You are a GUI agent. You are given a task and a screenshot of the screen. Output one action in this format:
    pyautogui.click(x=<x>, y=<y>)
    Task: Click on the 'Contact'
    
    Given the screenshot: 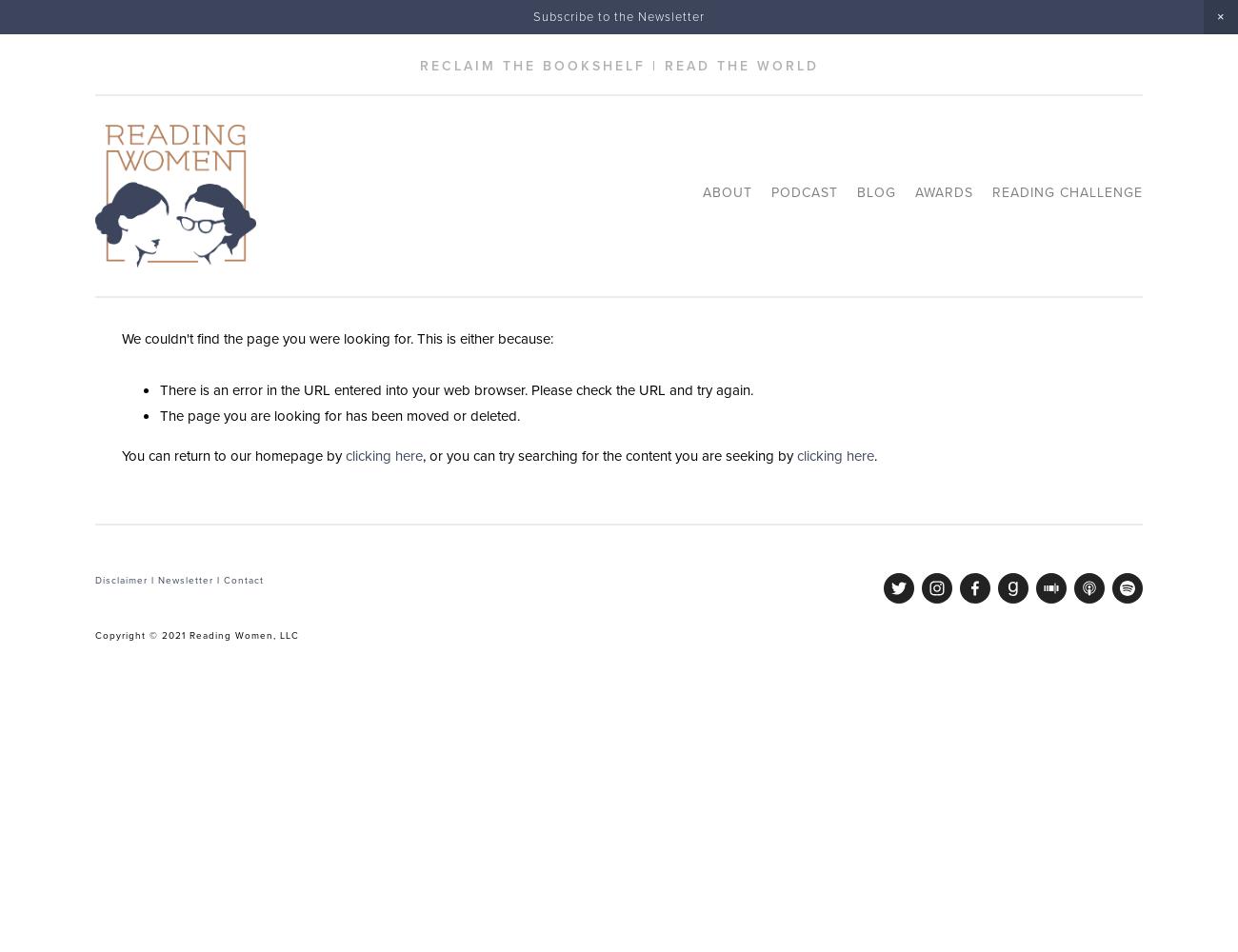 What is the action you would take?
    pyautogui.click(x=242, y=579)
    